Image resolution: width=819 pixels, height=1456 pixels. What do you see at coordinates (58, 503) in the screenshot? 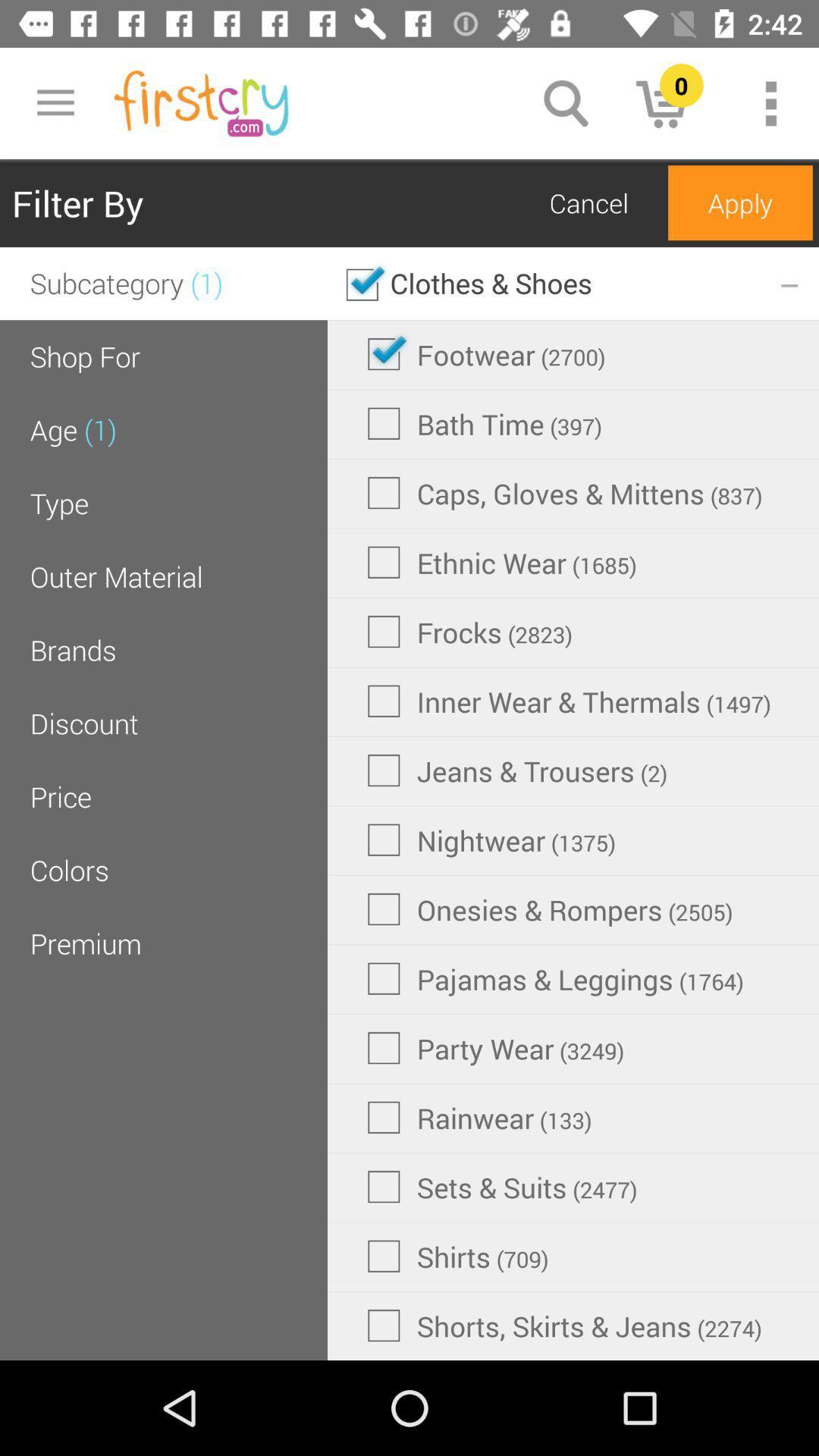
I see `icon below age (1)` at bounding box center [58, 503].